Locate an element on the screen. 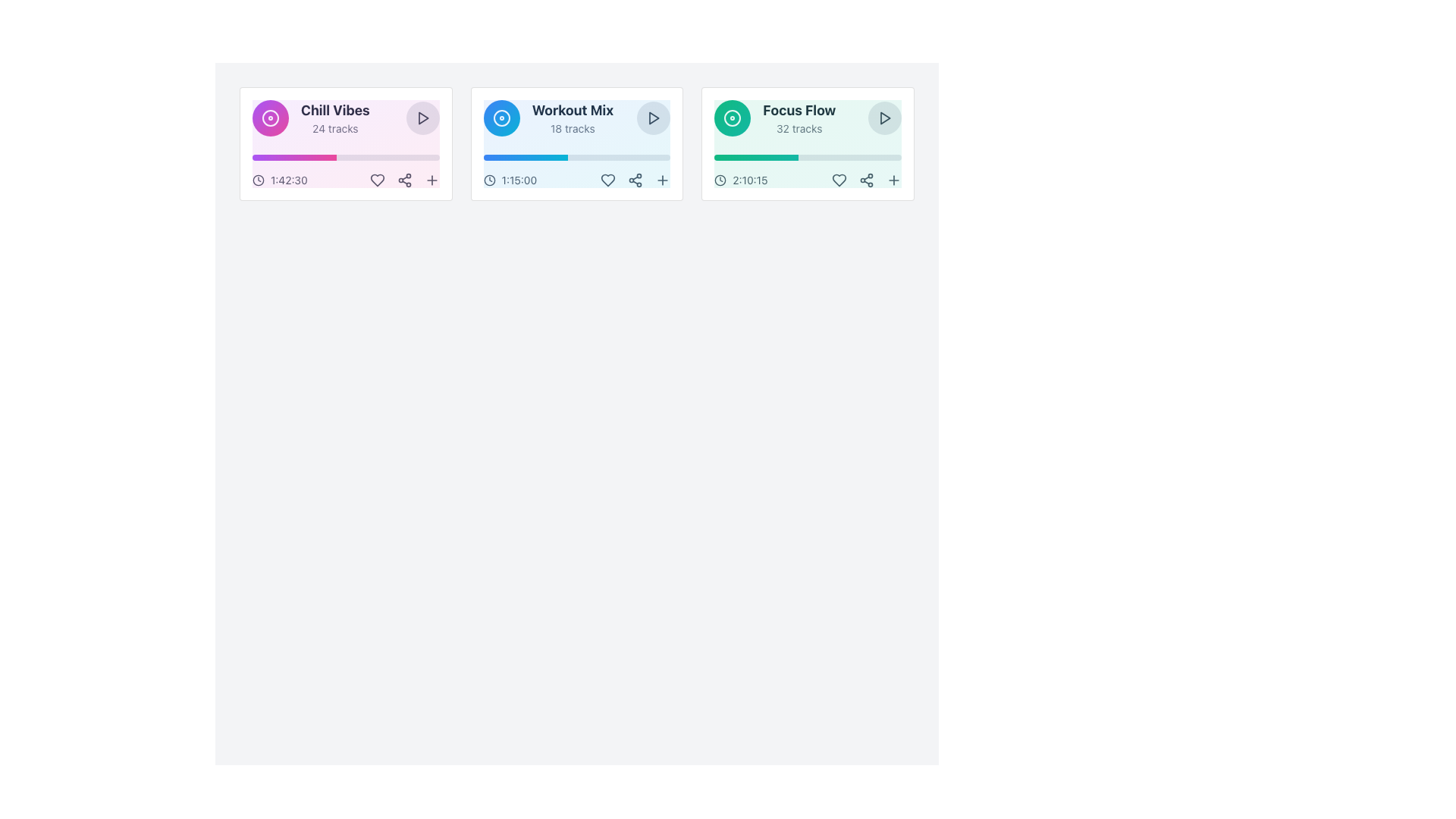 The width and height of the screenshot is (1456, 819). the title of the 'Chill Vibes' playlist in the top-left region of its card, which serves as a descriptive title for the playlist and indicates the number of tracks included is located at coordinates (310, 117).